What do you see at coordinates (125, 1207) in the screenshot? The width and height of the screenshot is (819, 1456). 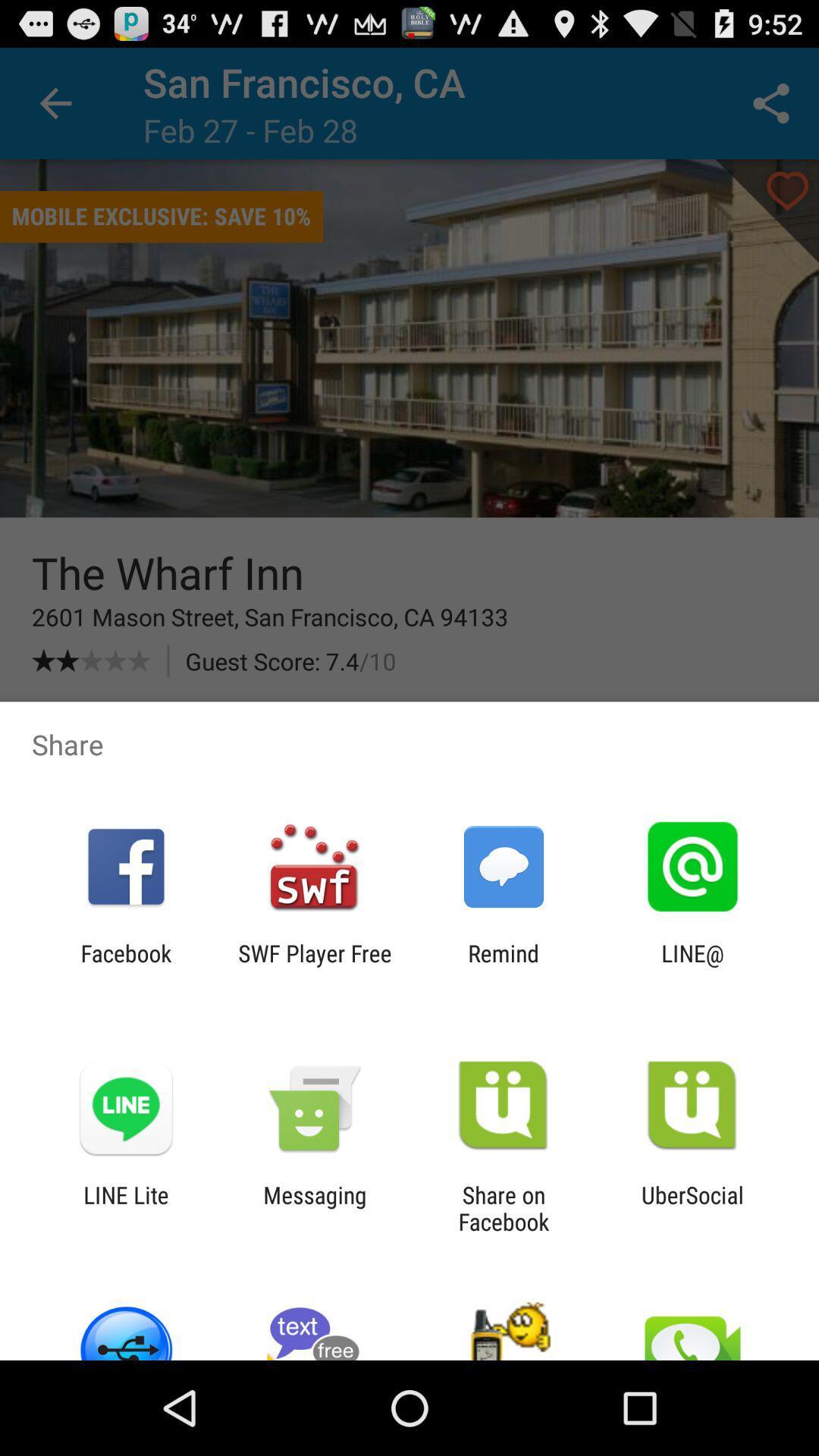 I see `line lite icon` at bounding box center [125, 1207].